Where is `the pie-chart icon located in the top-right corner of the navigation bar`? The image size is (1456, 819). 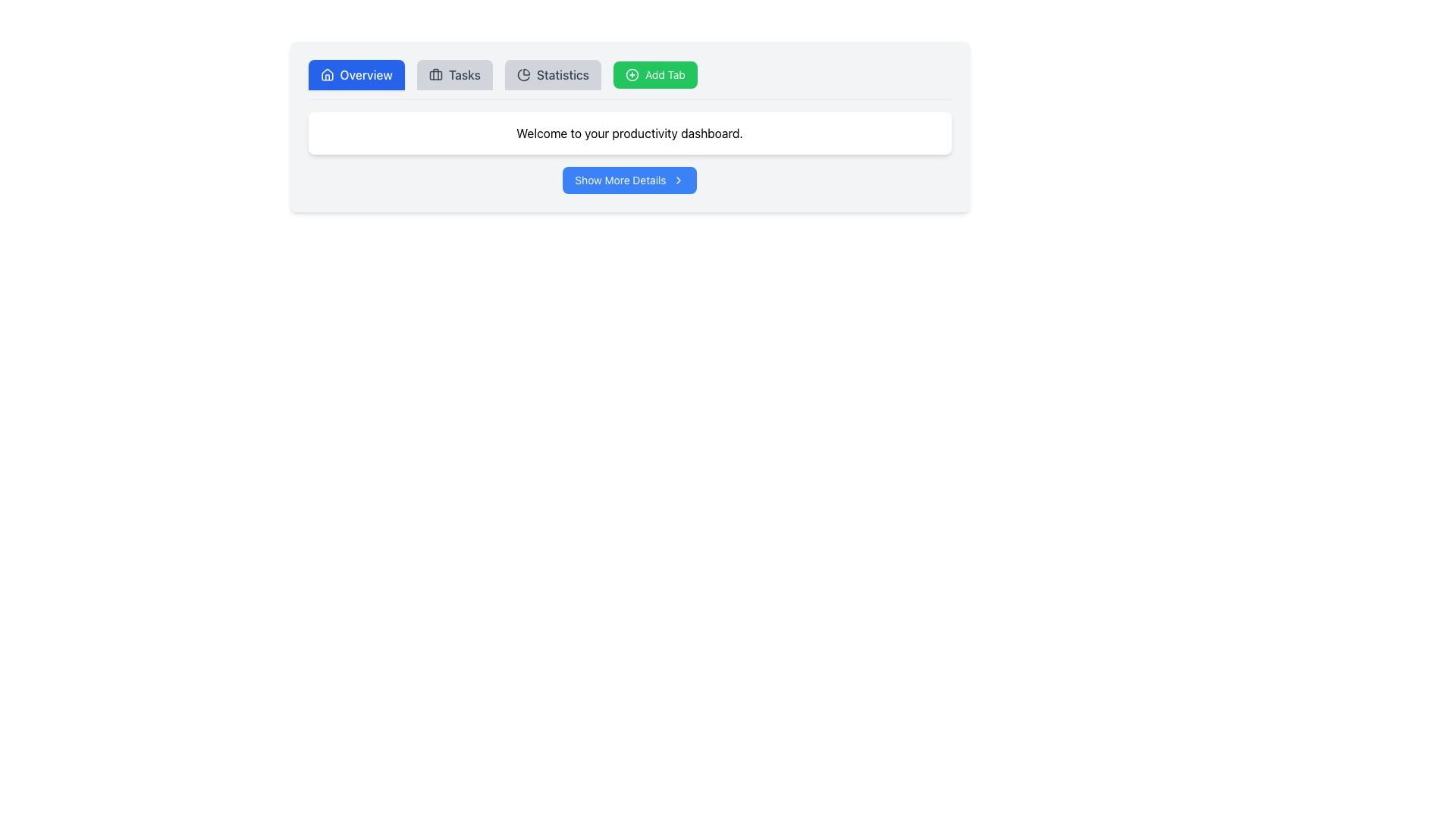 the pie-chart icon located in the top-right corner of the navigation bar is located at coordinates (523, 75).